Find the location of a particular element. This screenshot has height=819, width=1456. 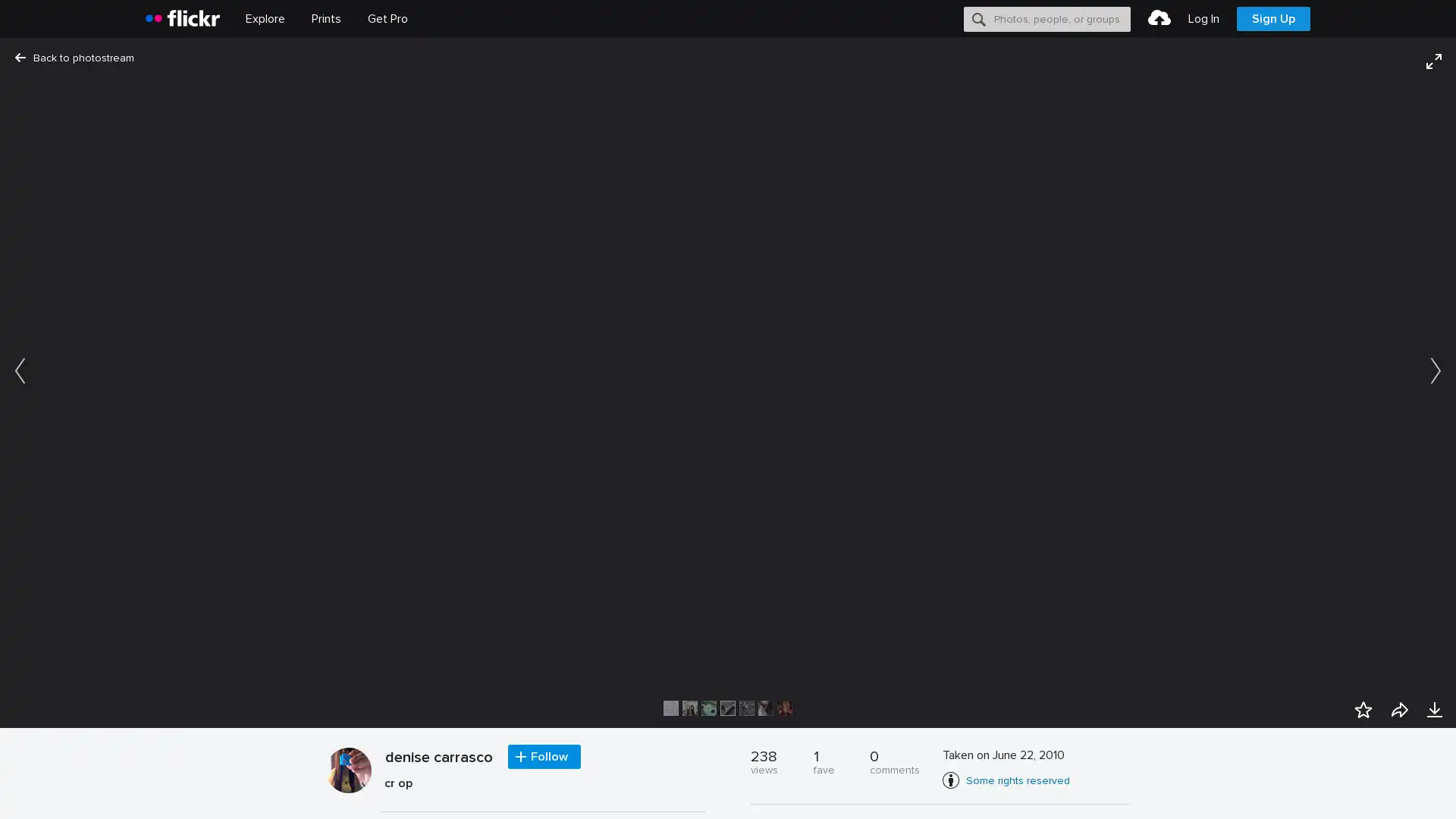

Accept is located at coordinates (1156, 789).